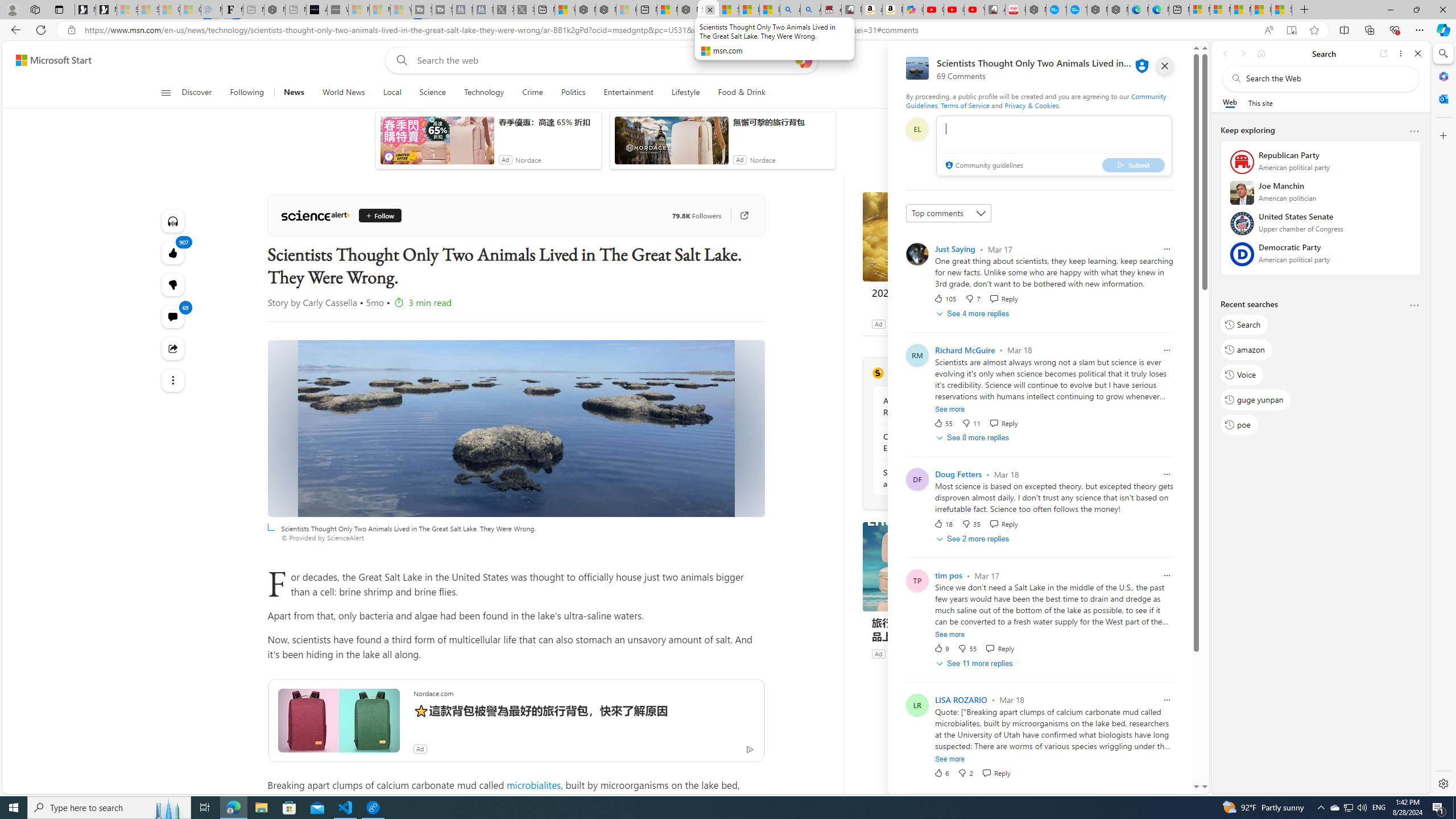 This screenshot has height=819, width=1456. Describe the element at coordinates (944, 298) in the screenshot. I see `'105 Like'` at that location.